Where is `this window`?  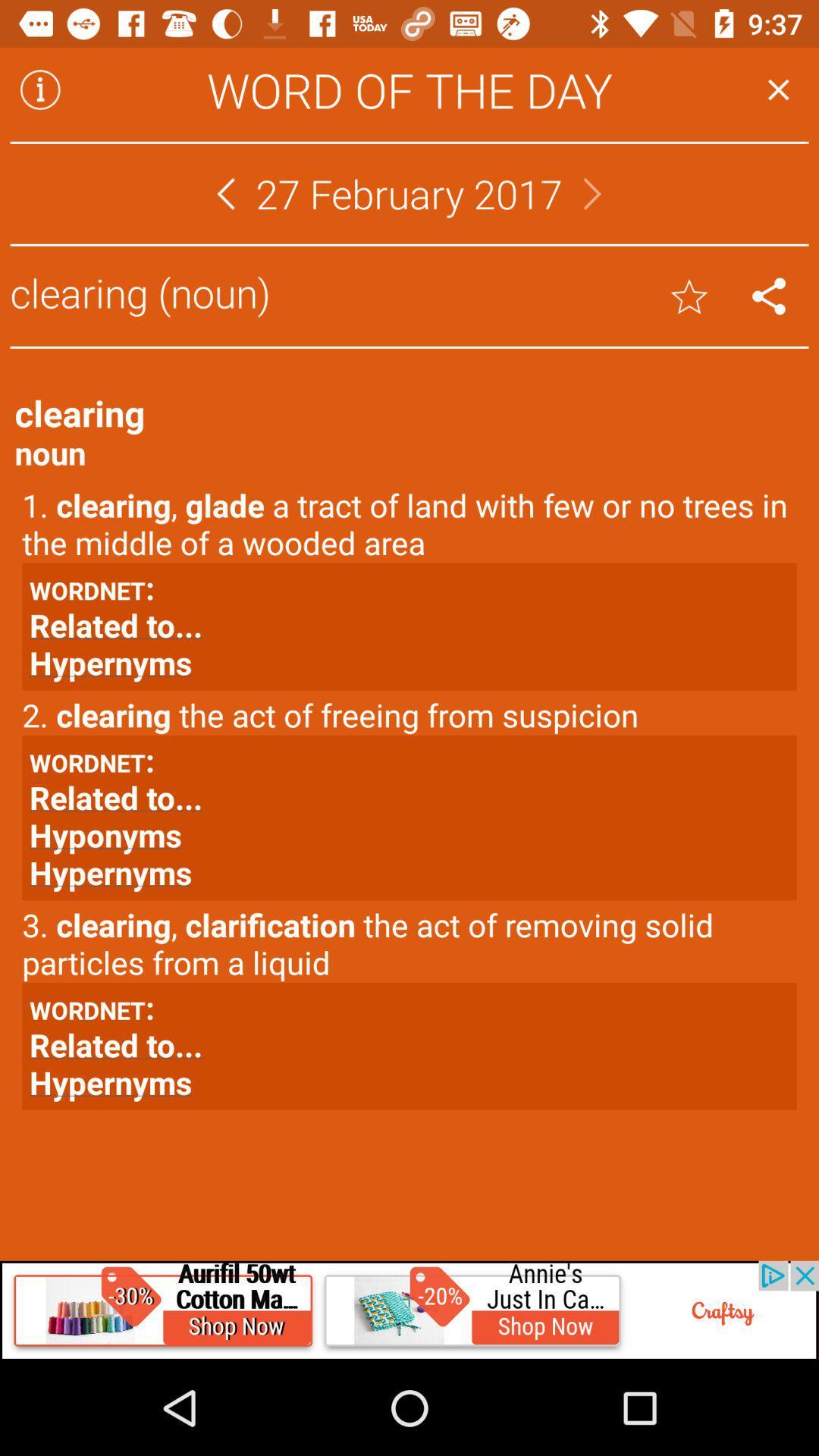
this window is located at coordinates (778, 89).